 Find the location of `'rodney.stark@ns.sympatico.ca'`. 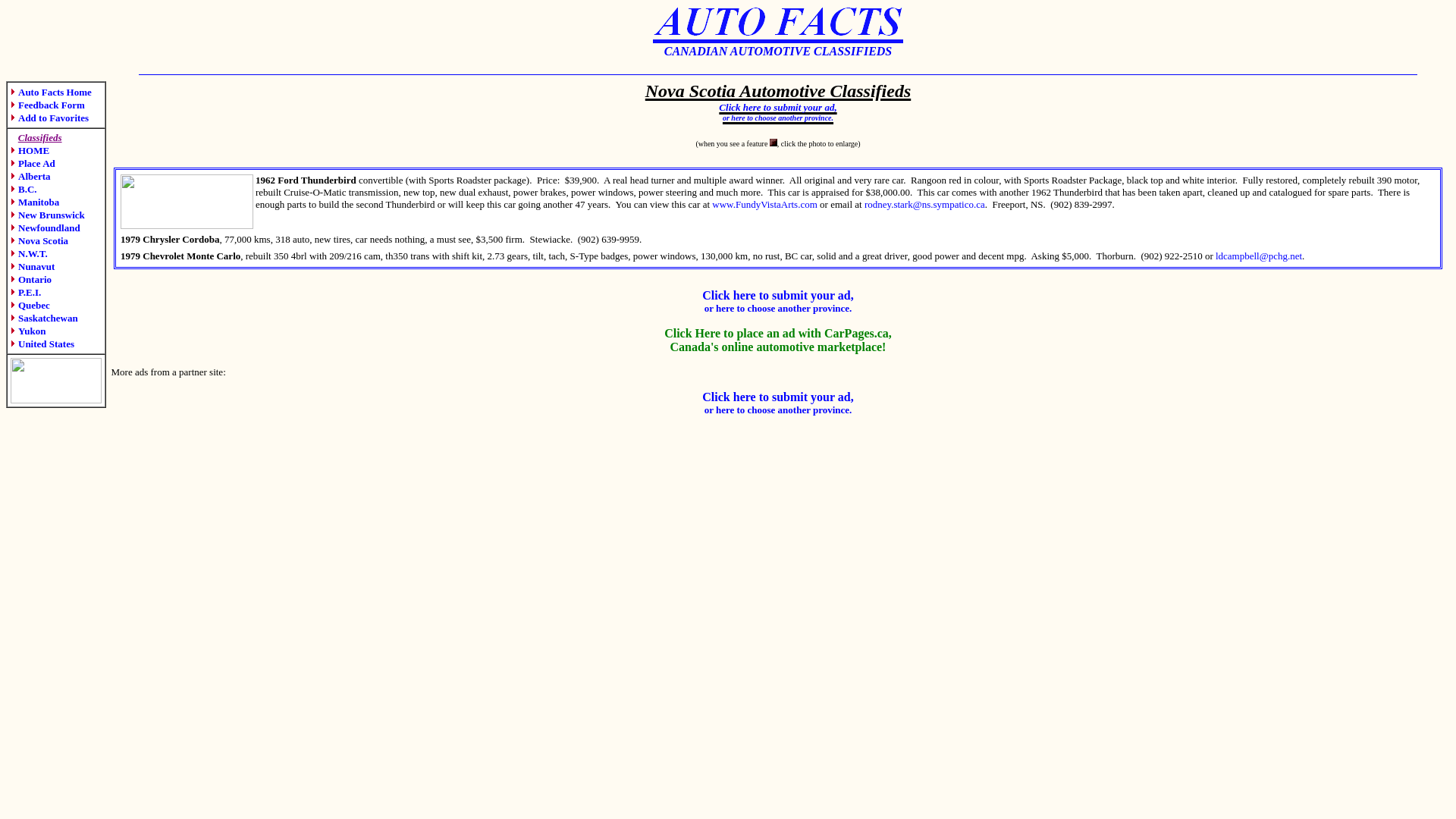

'rodney.stark@ns.sympatico.ca' is located at coordinates (924, 203).